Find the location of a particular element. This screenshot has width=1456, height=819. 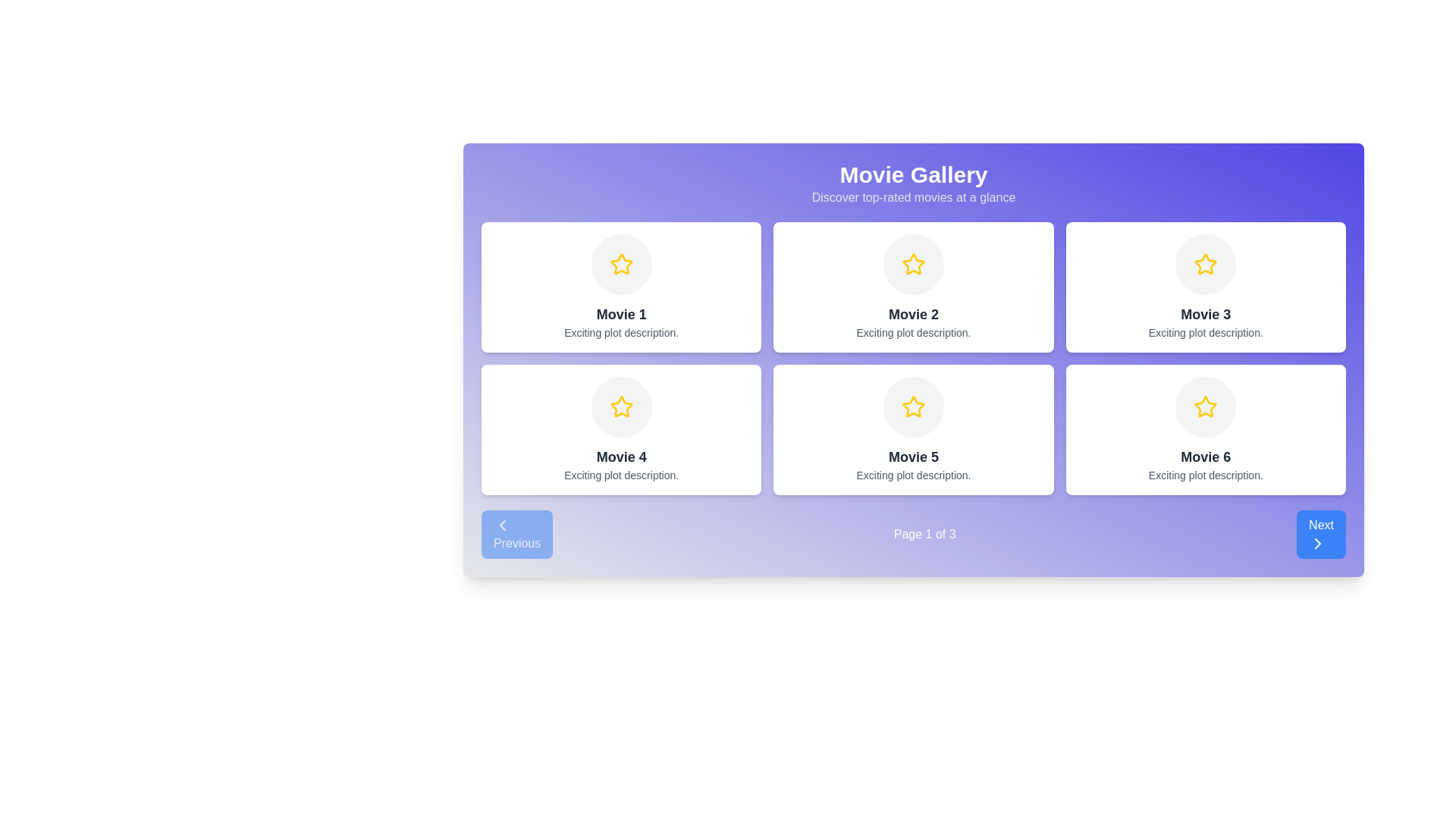

the Icon button located in the middle of the 'Movie 6' card at the bottom-right of the movie cards grid is located at coordinates (1205, 406).